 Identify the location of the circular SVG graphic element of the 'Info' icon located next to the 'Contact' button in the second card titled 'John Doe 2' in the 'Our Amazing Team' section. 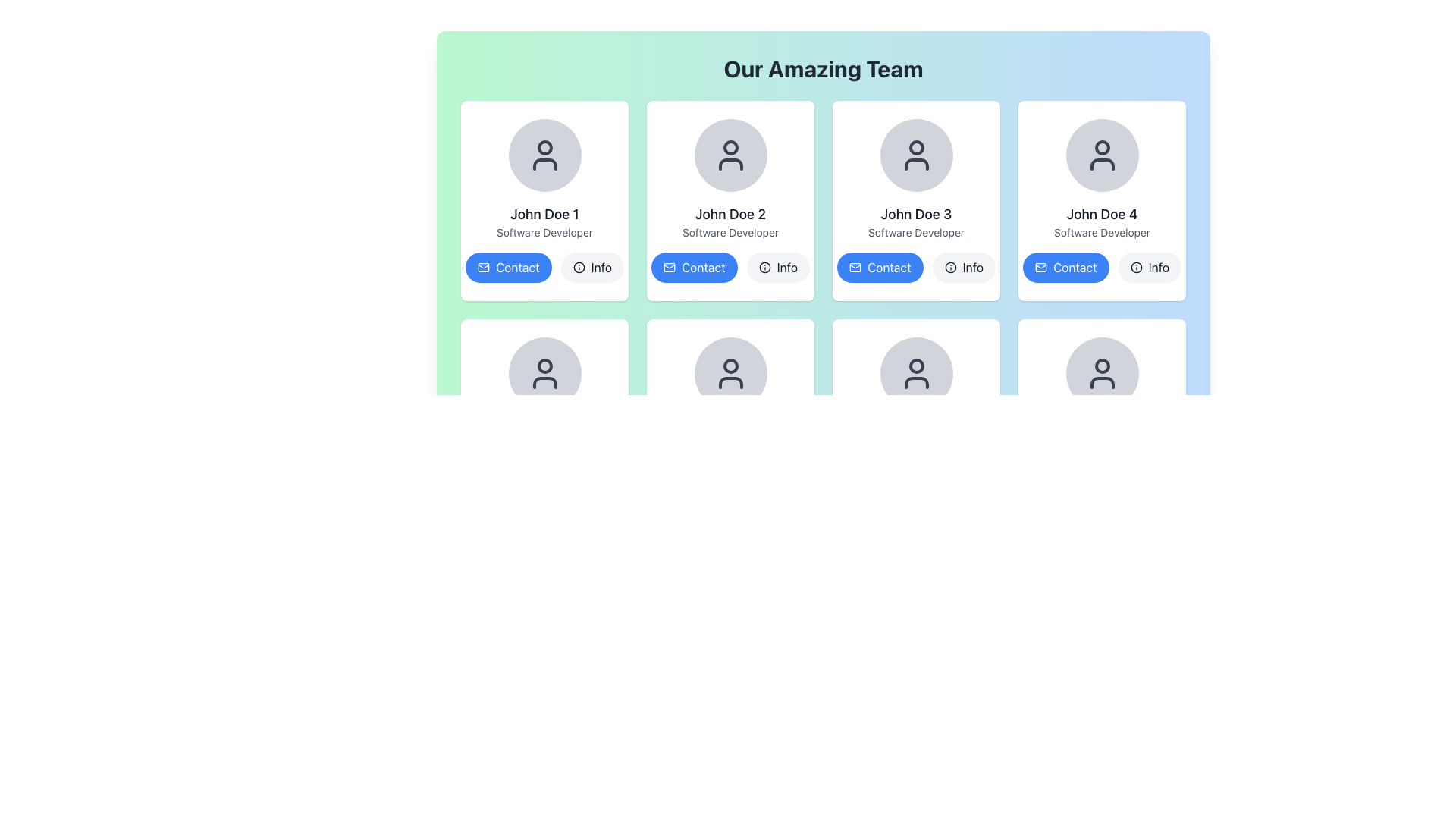
(578, 267).